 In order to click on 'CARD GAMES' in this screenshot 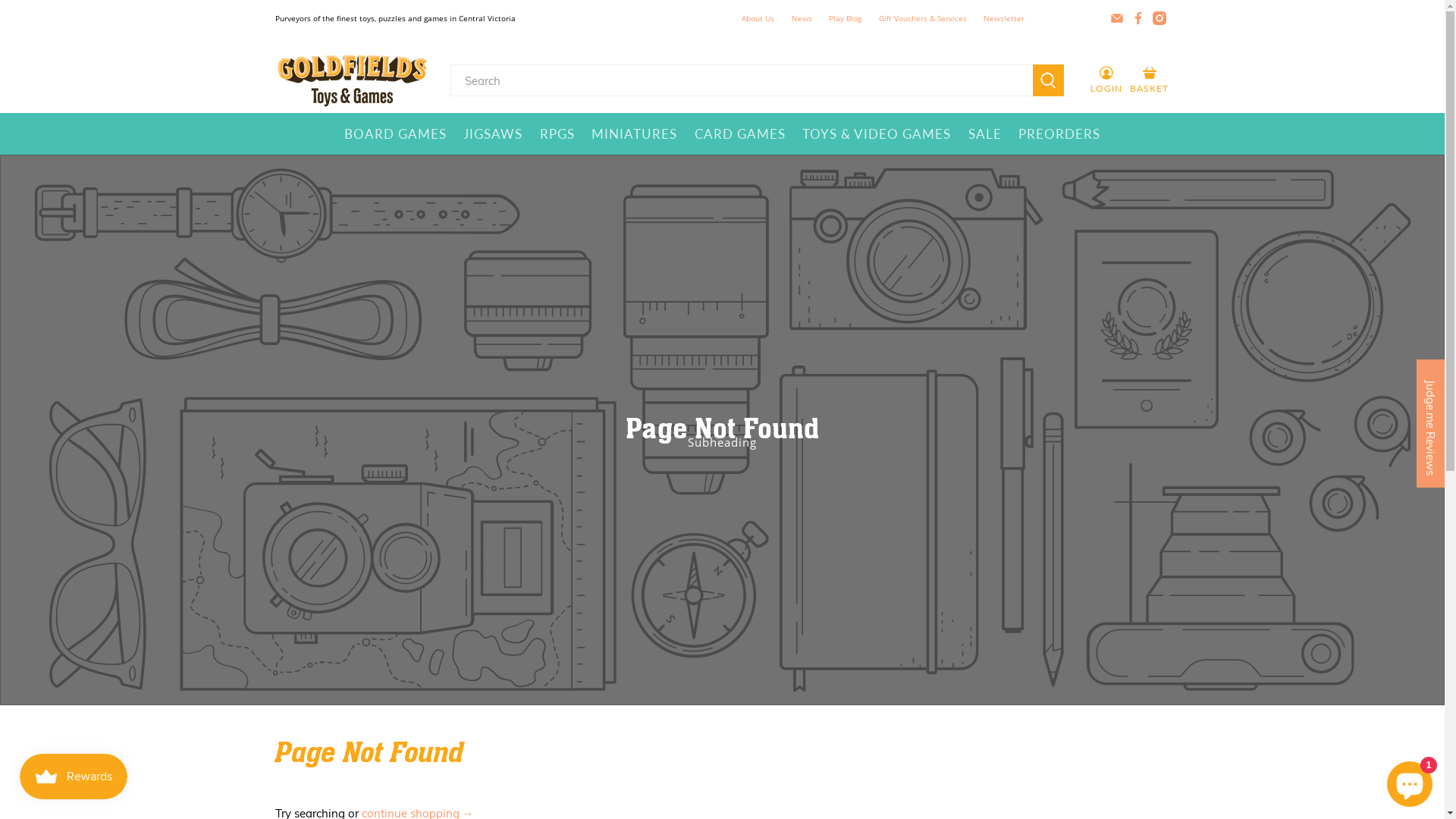, I will do `click(684, 133)`.